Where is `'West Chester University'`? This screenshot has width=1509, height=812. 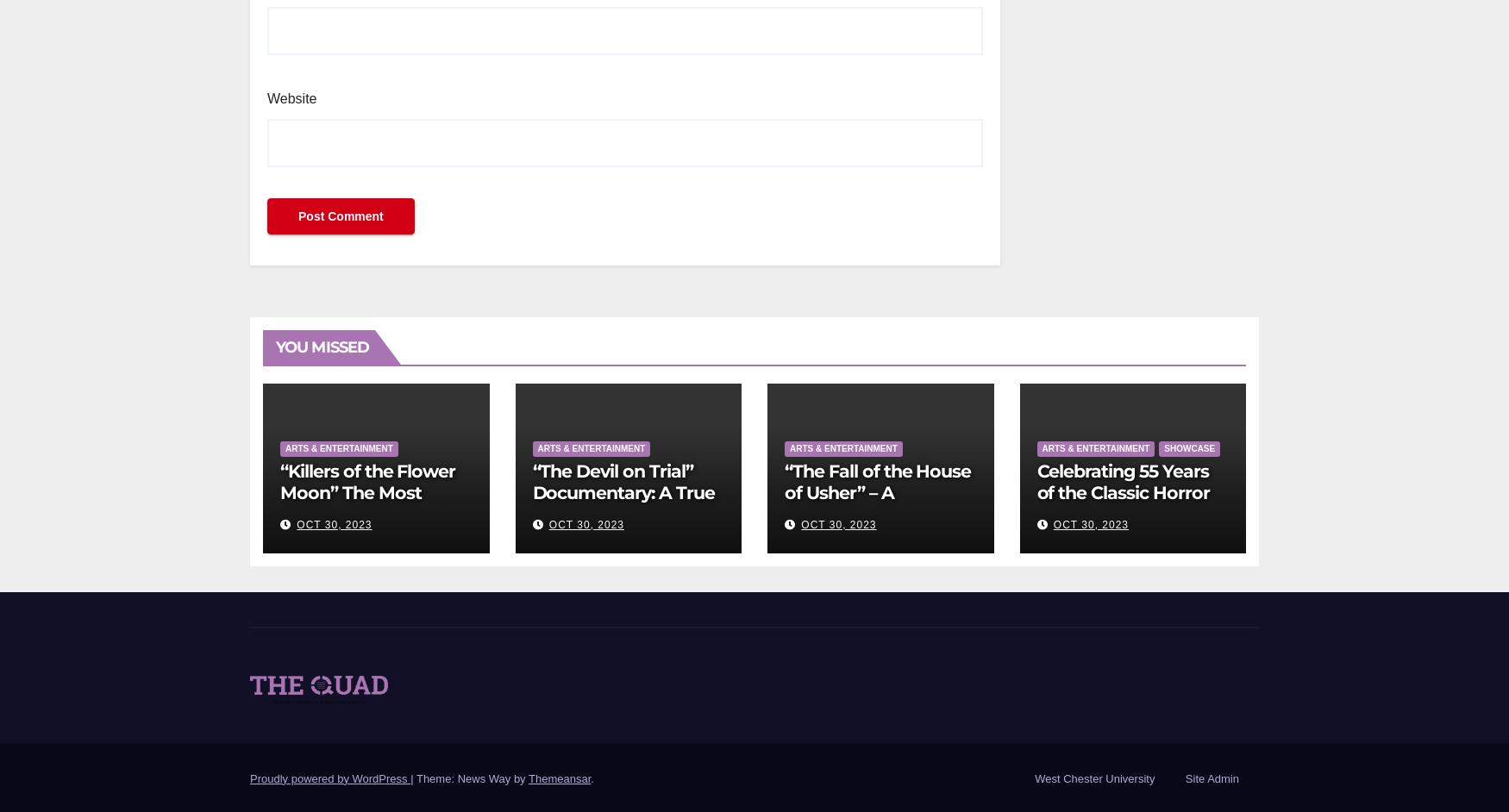
'West Chester University' is located at coordinates (1093, 777).